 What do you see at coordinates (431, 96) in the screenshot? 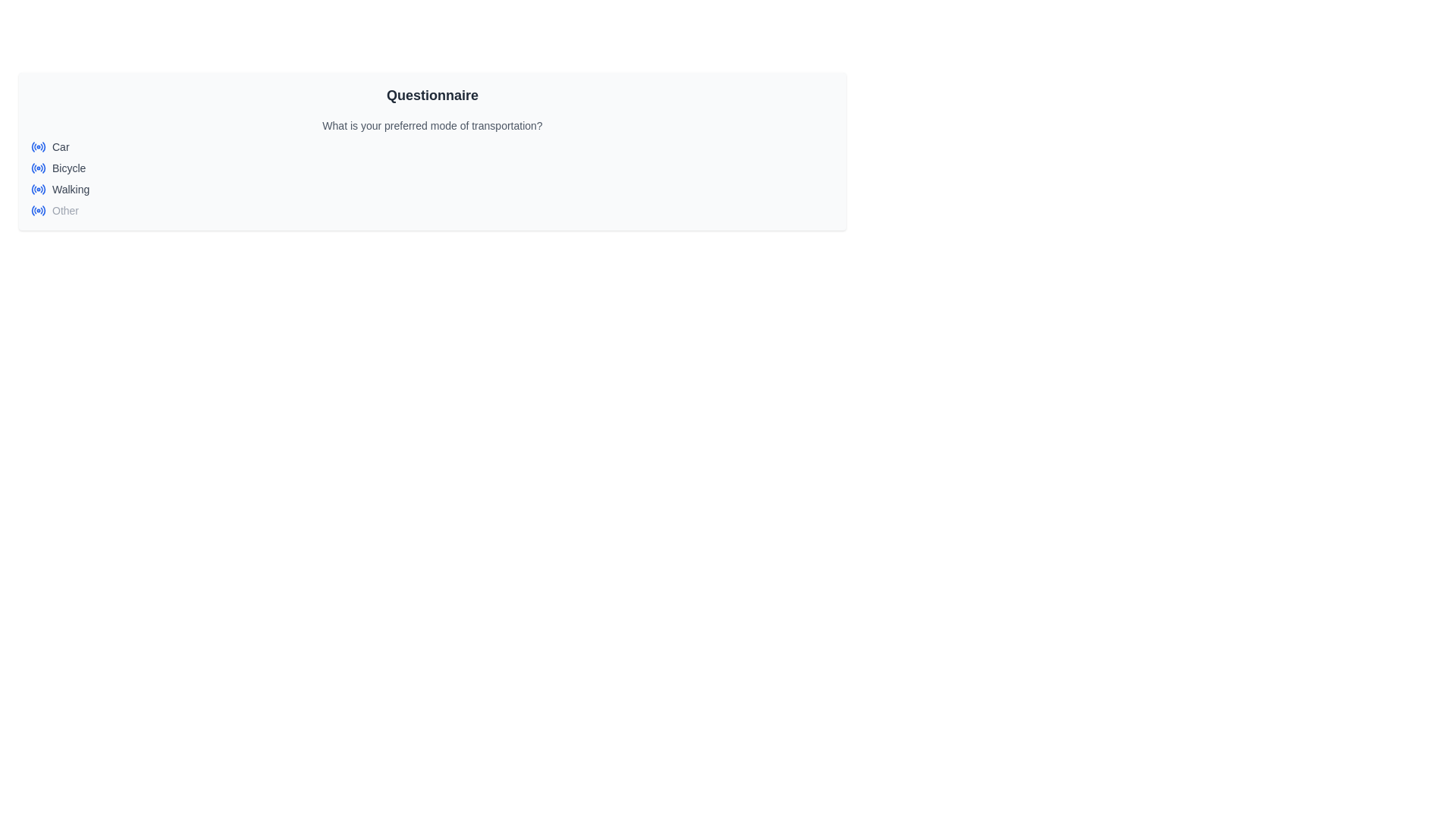
I see `the static text label that serves as the header for the questionnaire section` at bounding box center [431, 96].